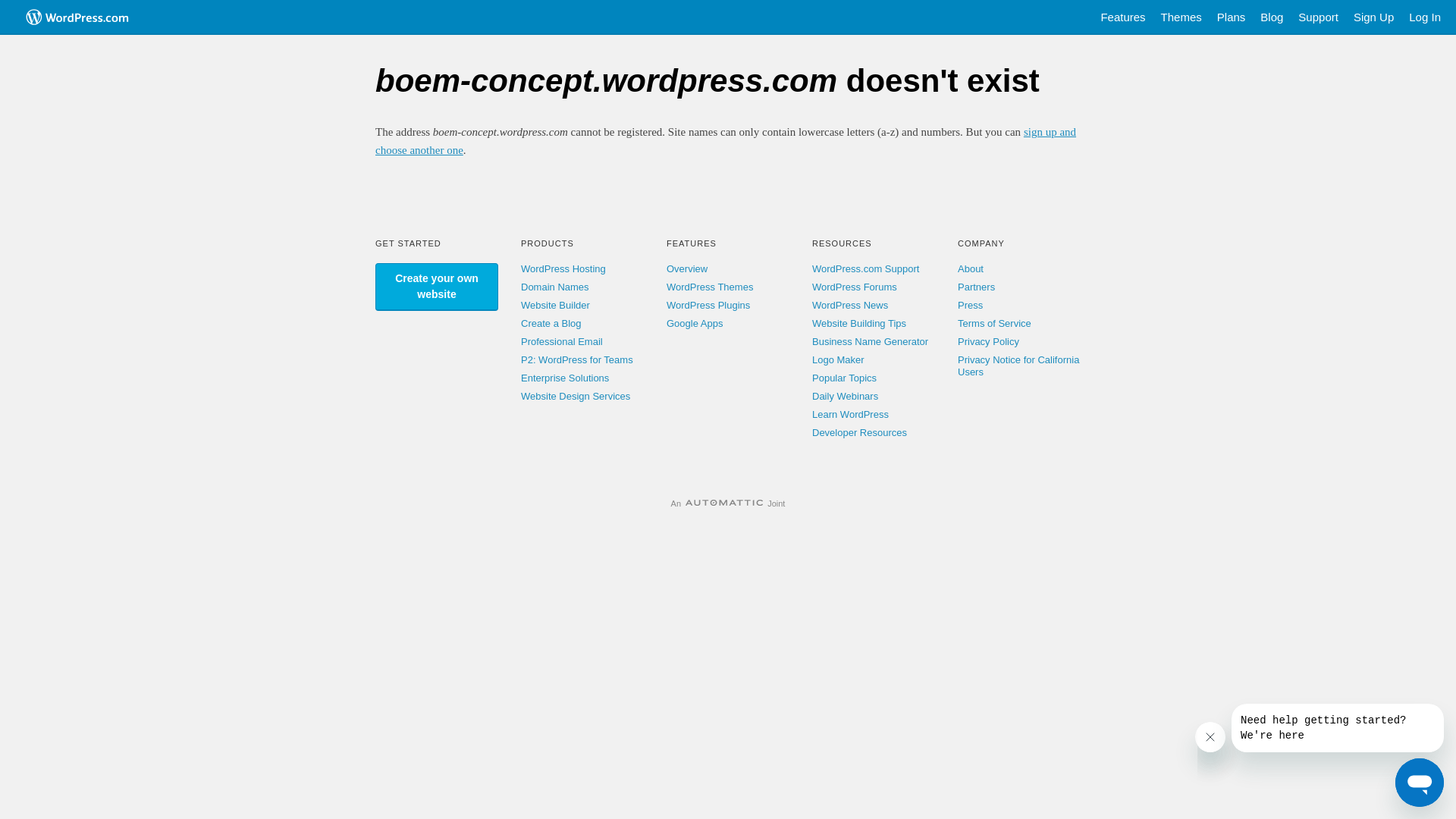  I want to click on 'Create a Blog', so click(550, 322).